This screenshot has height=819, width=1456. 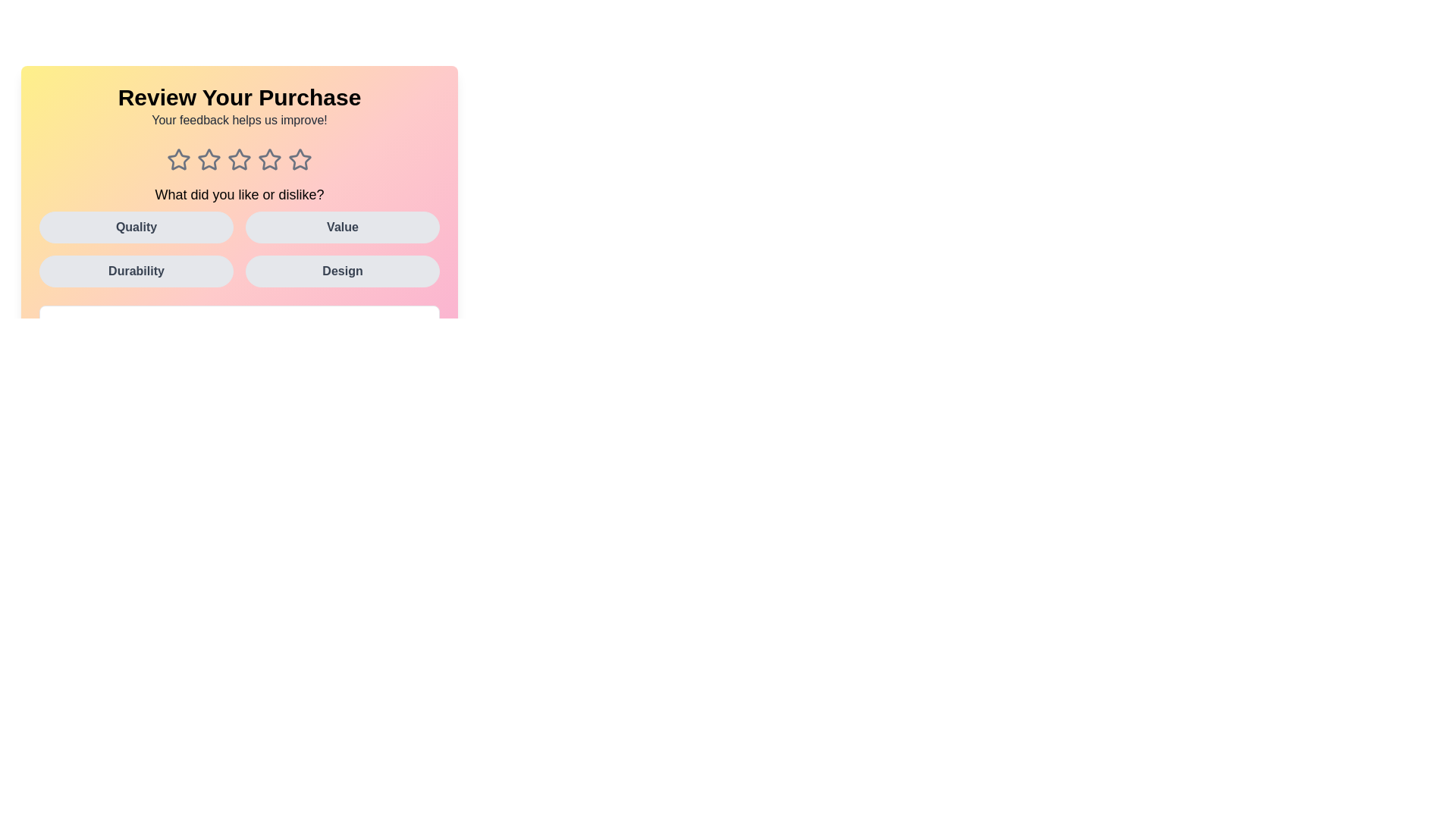 I want to click on the fourth star-shaped rating icon, which is gray and enlarges on hover, located beneath the heading 'Review Your Purchase', so click(x=269, y=160).